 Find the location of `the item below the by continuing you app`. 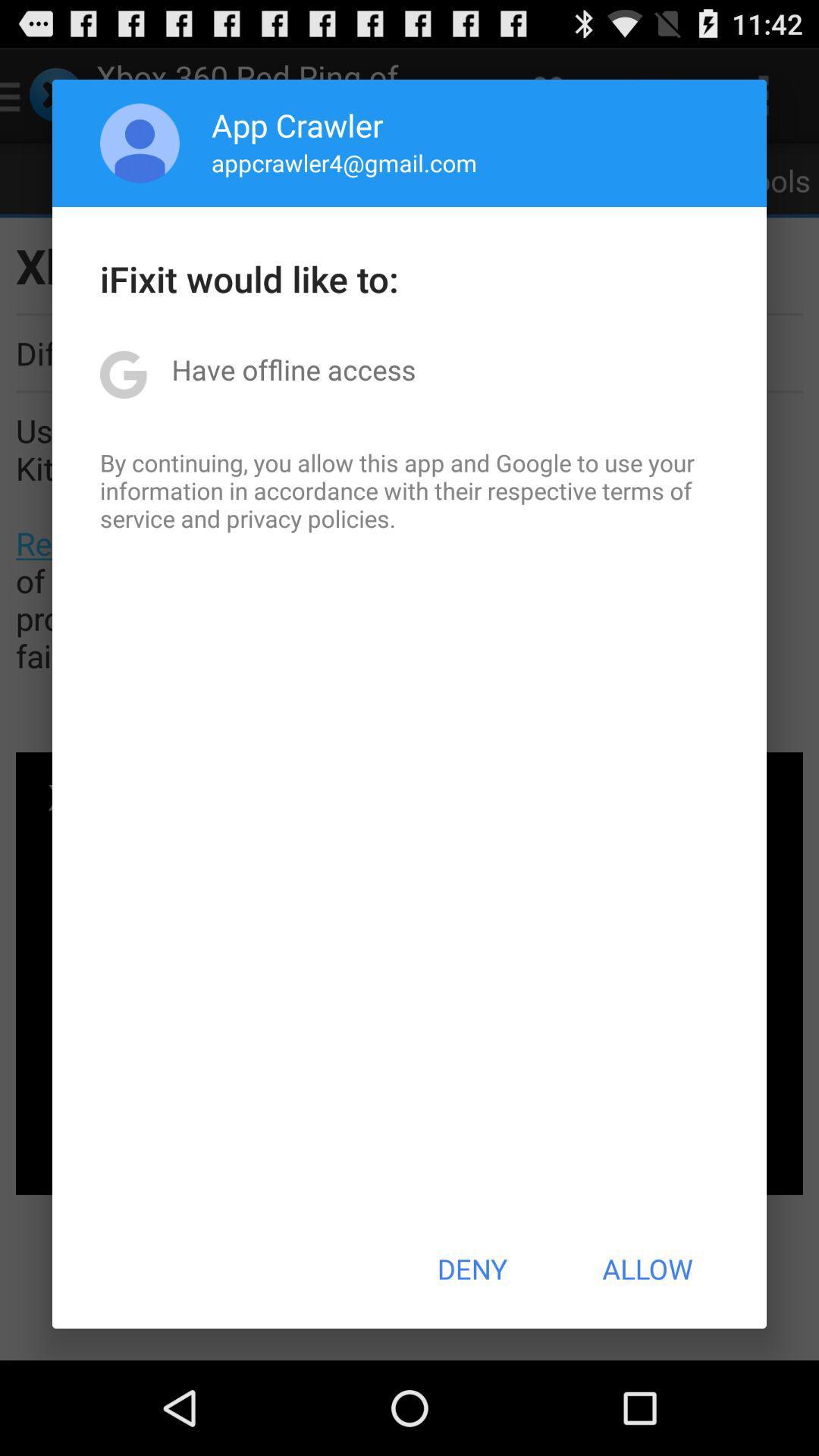

the item below the by continuing you app is located at coordinates (471, 1269).